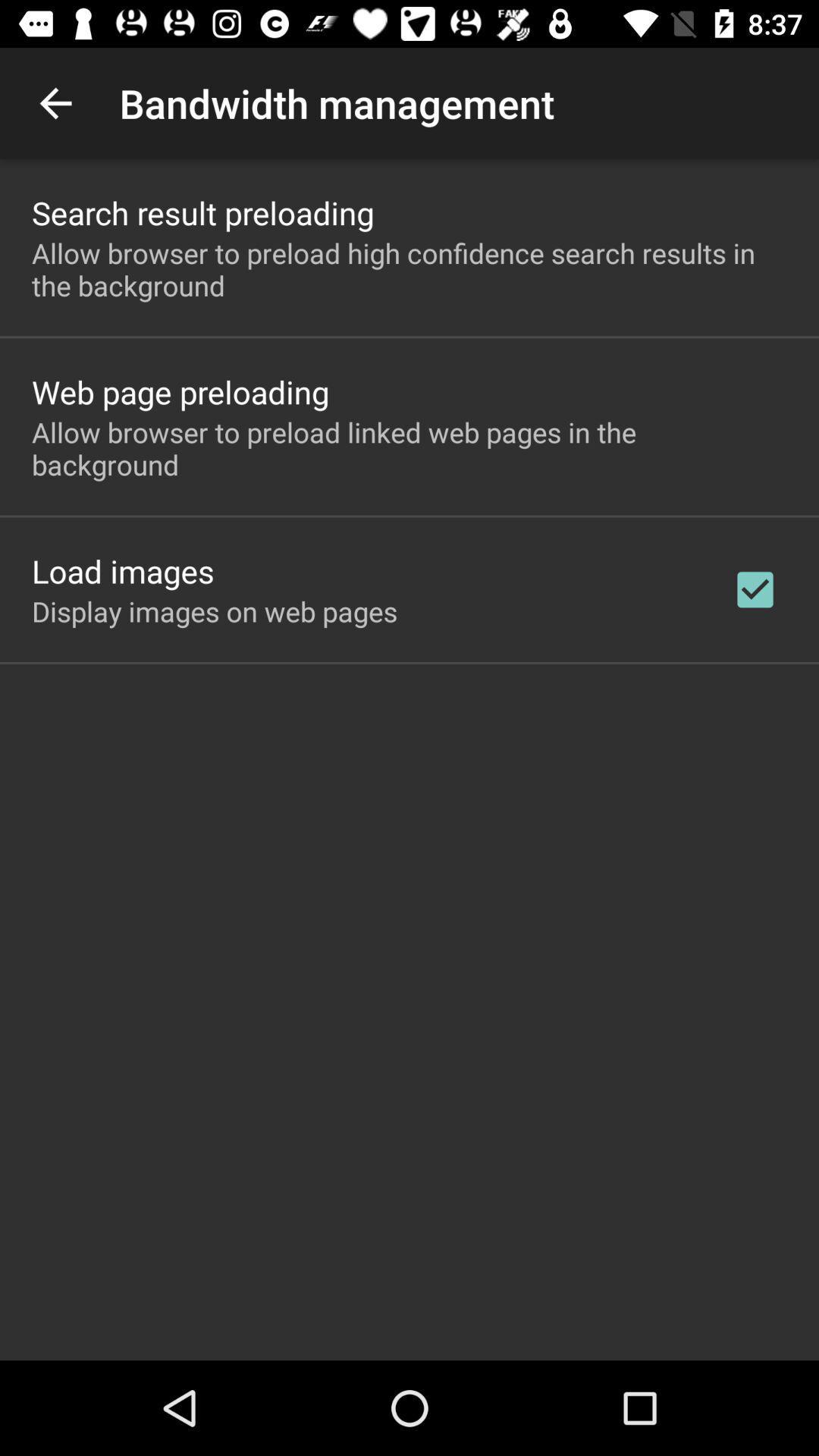  What do you see at coordinates (122, 570) in the screenshot?
I see `app above the display images on app` at bounding box center [122, 570].